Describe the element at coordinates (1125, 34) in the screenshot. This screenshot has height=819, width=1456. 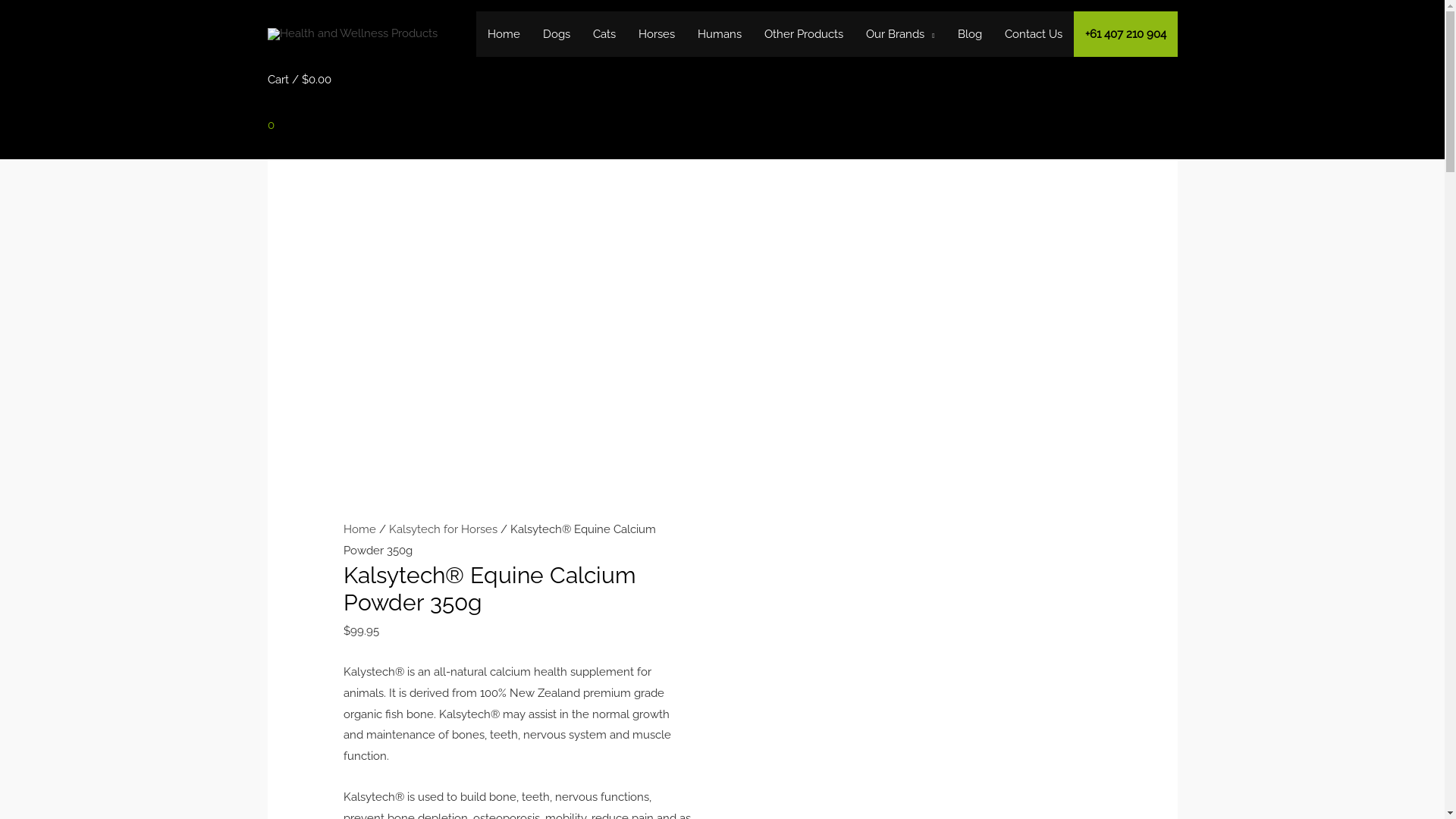
I see `'+61 407 210 904'` at that location.